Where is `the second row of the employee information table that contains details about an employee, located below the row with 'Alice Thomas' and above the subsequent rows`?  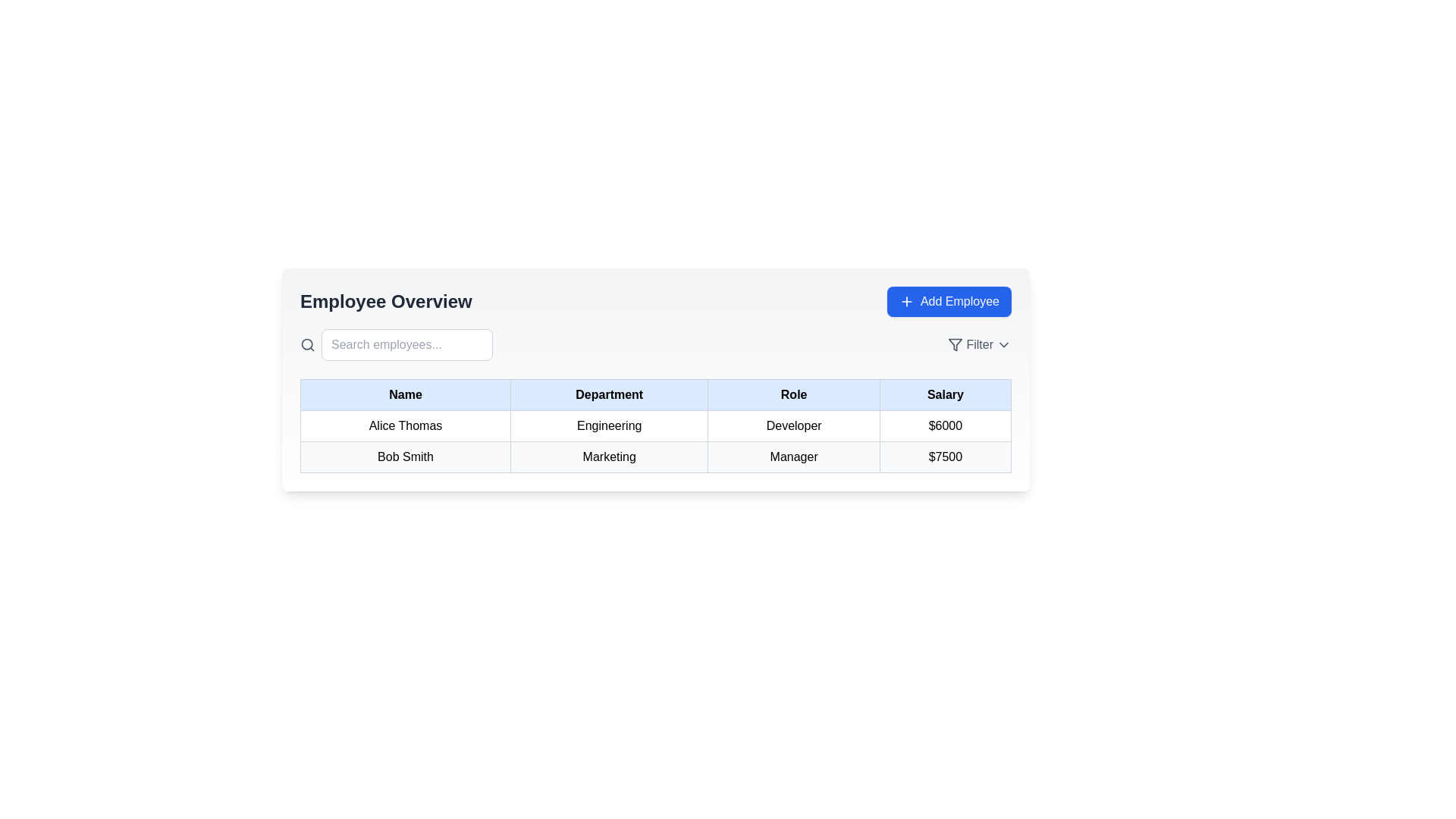
the second row of the employee information table that contains details about an employee, located below the row with 'Alice Thomas' and above the subsequent rows is located at coordinates (655, 456).